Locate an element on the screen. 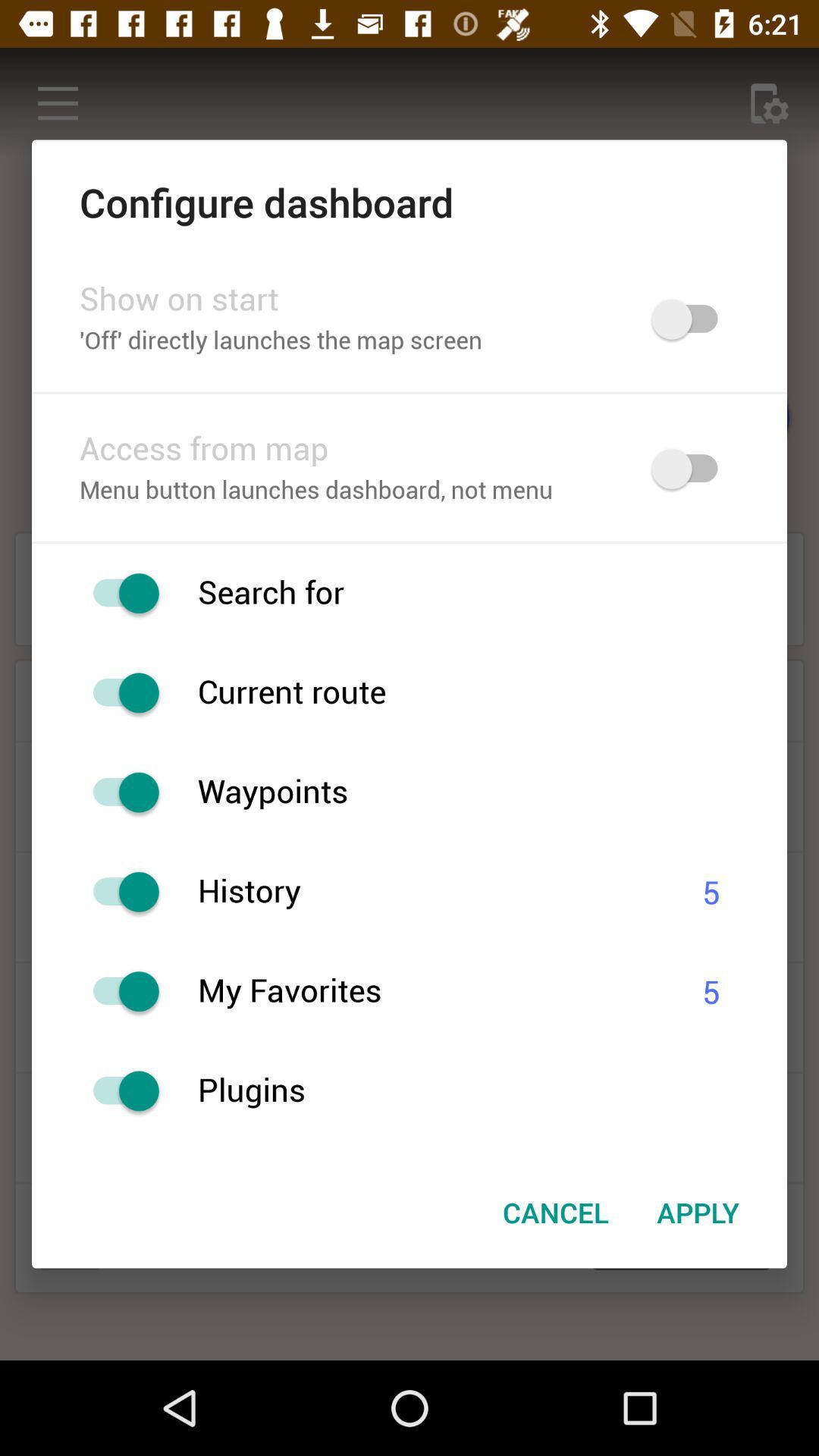 The height and width of the screenshot is (1456, 819). the icon above the history icon is located at coordinates (492, 792).